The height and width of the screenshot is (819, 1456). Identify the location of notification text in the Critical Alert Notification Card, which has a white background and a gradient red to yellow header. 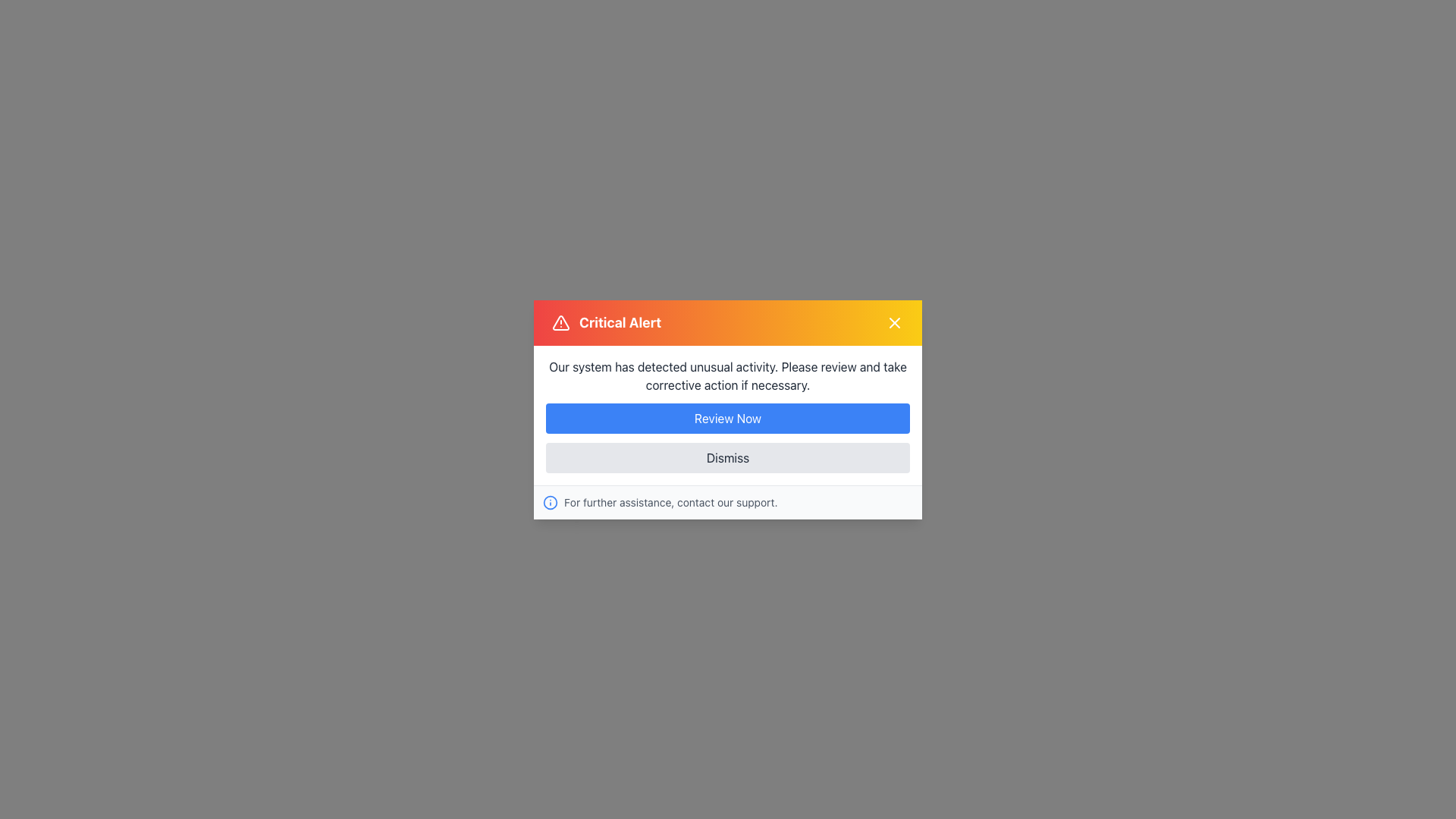
(728, 409).